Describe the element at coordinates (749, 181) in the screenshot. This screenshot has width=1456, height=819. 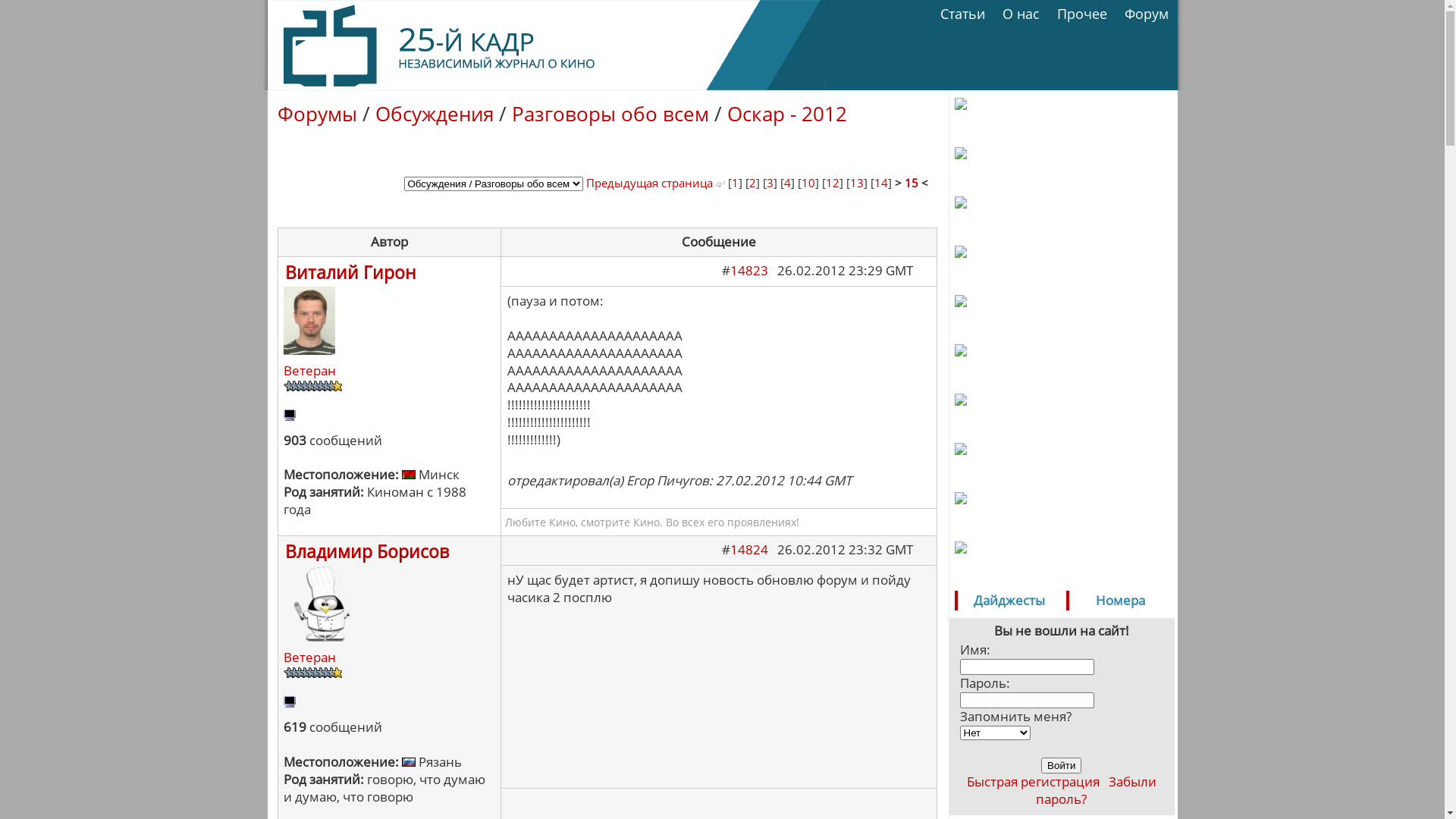
I see `'2'` at that location.